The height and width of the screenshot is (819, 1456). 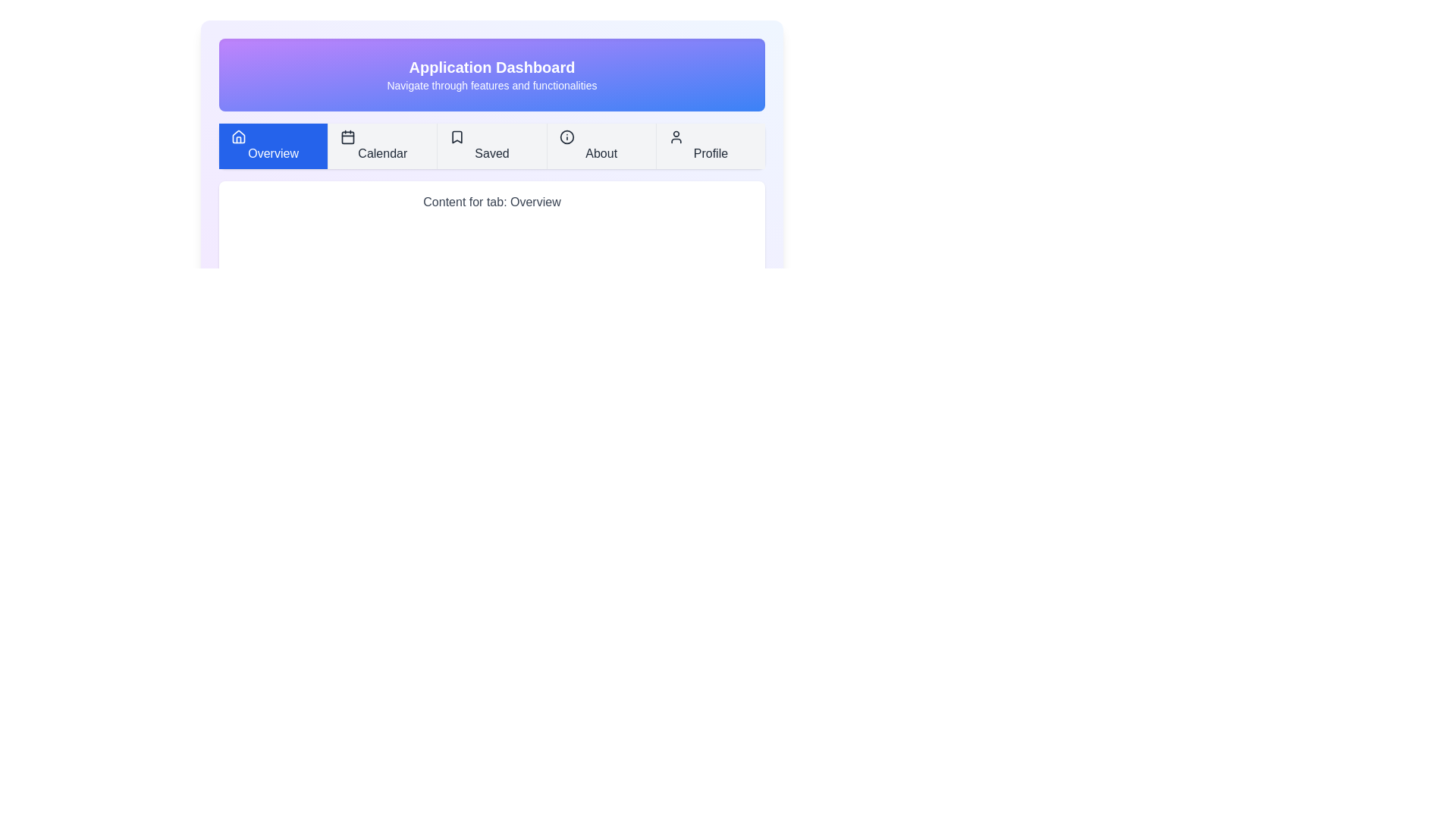 I want to click on the icon in the navigation bar that indicates saved items or bookmarks, located above the text labeled 'Saved'. It is the third item from the left, following 'Overview' and 'Calendar', so click(x=457, y=137).